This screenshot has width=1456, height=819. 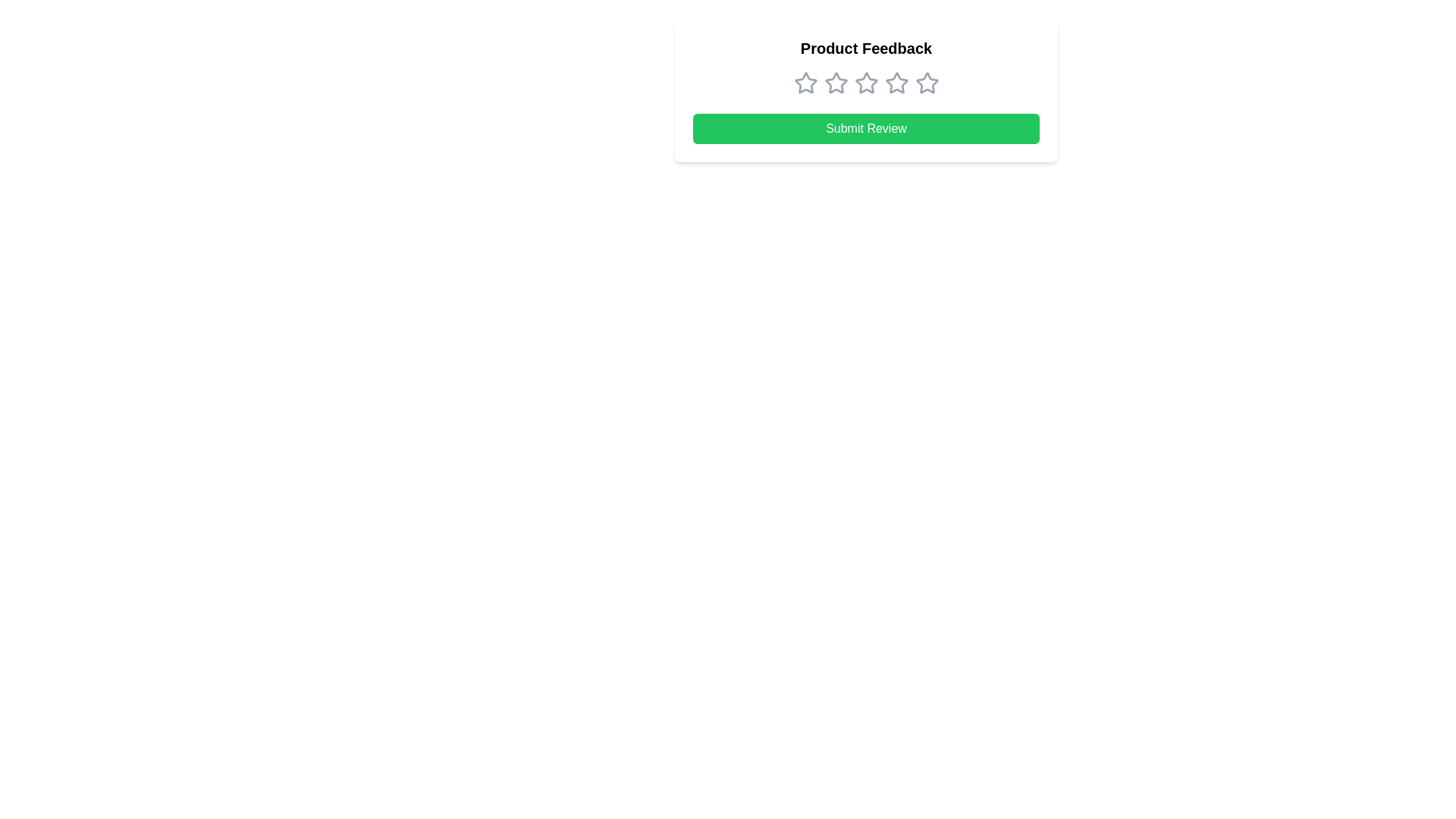 I want to click on the fifth star in the horizontal sequence of five identical rating stars, so click(x=926, y=83).